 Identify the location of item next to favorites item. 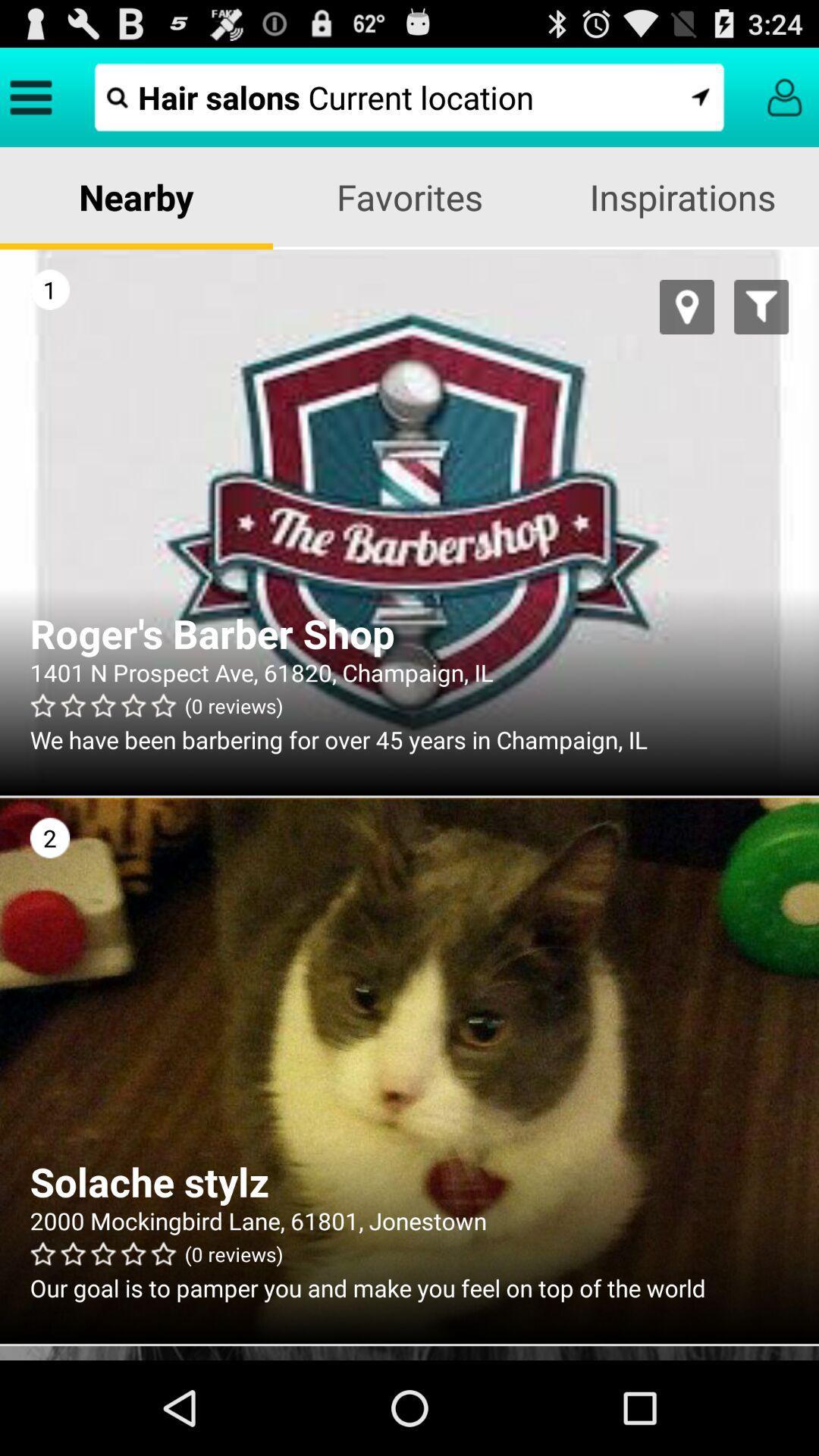
(681, 196).